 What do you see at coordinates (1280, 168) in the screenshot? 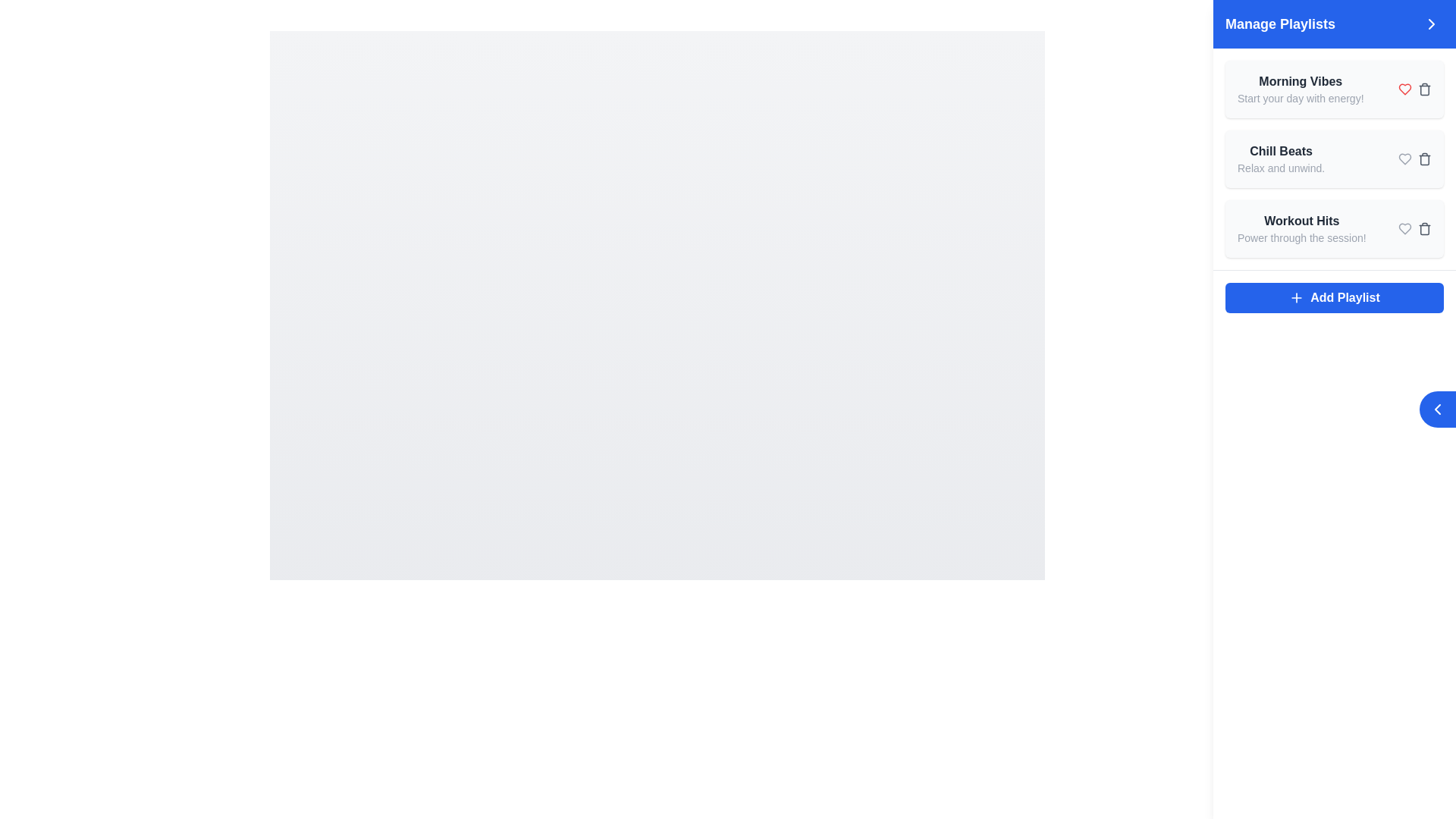
I see `the text component displaying 'Relax and unwind.' which is located below the title 'Chill Beats' in the playlist management interface` at bounding box center [1280, 168].